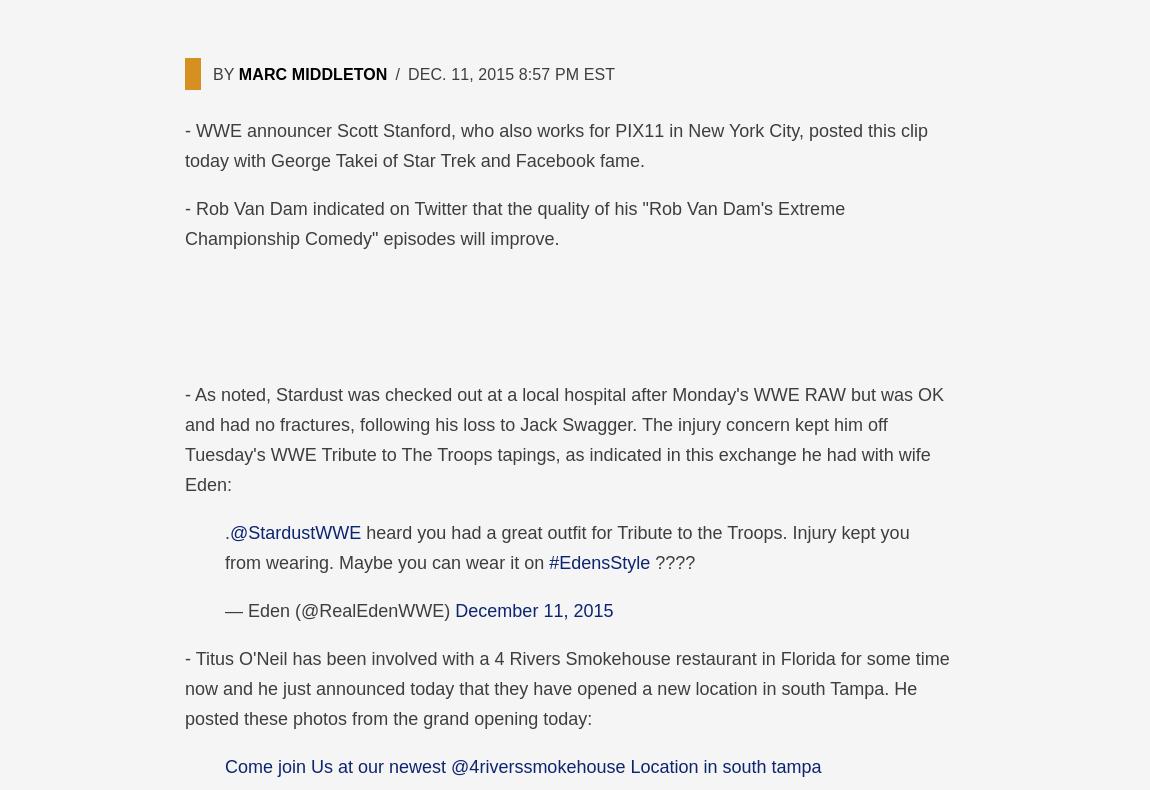 This screenshot has height=790, width=1150. What do you see at coordinates (397, 73) in the screenshot?
I see `'/'` at bounding box center [397, 73].